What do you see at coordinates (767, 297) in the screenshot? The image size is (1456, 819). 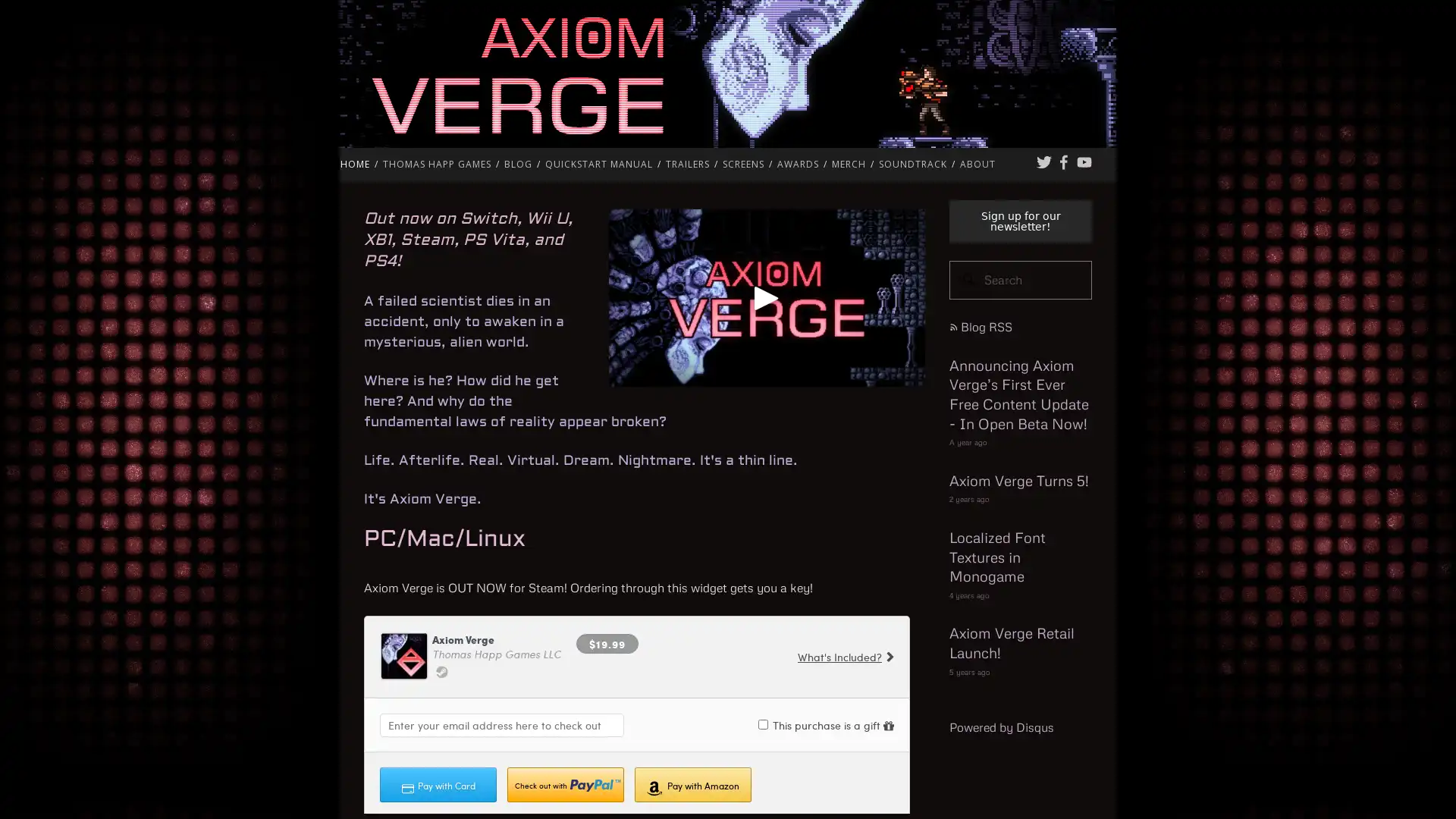 I see `Play` at bounding box center [767, 297].